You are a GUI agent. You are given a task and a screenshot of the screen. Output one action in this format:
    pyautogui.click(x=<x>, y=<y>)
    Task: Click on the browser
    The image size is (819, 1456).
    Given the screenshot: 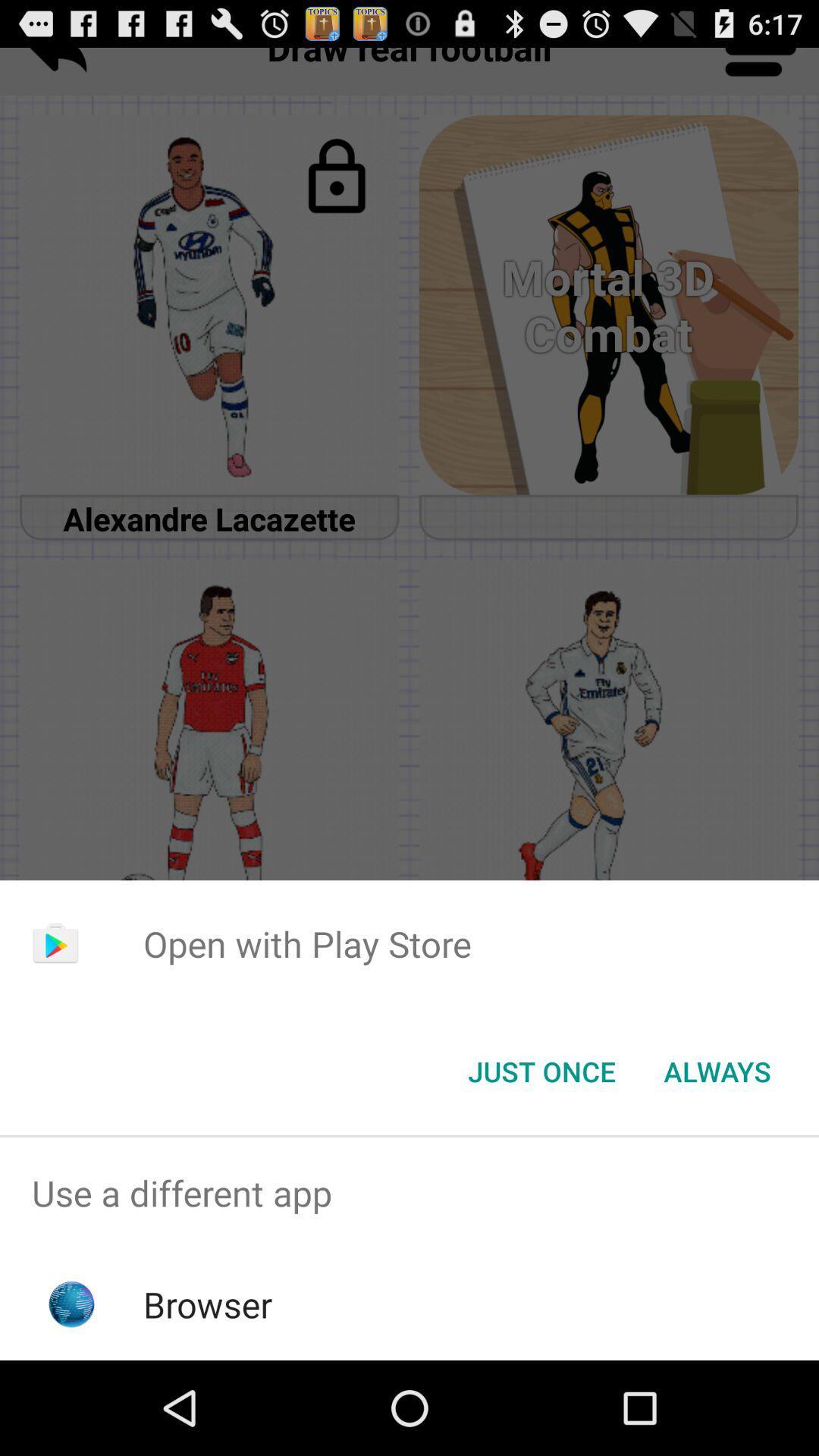 What is the action you would take?
    pyautogui.click(x=208, y=1304)
    